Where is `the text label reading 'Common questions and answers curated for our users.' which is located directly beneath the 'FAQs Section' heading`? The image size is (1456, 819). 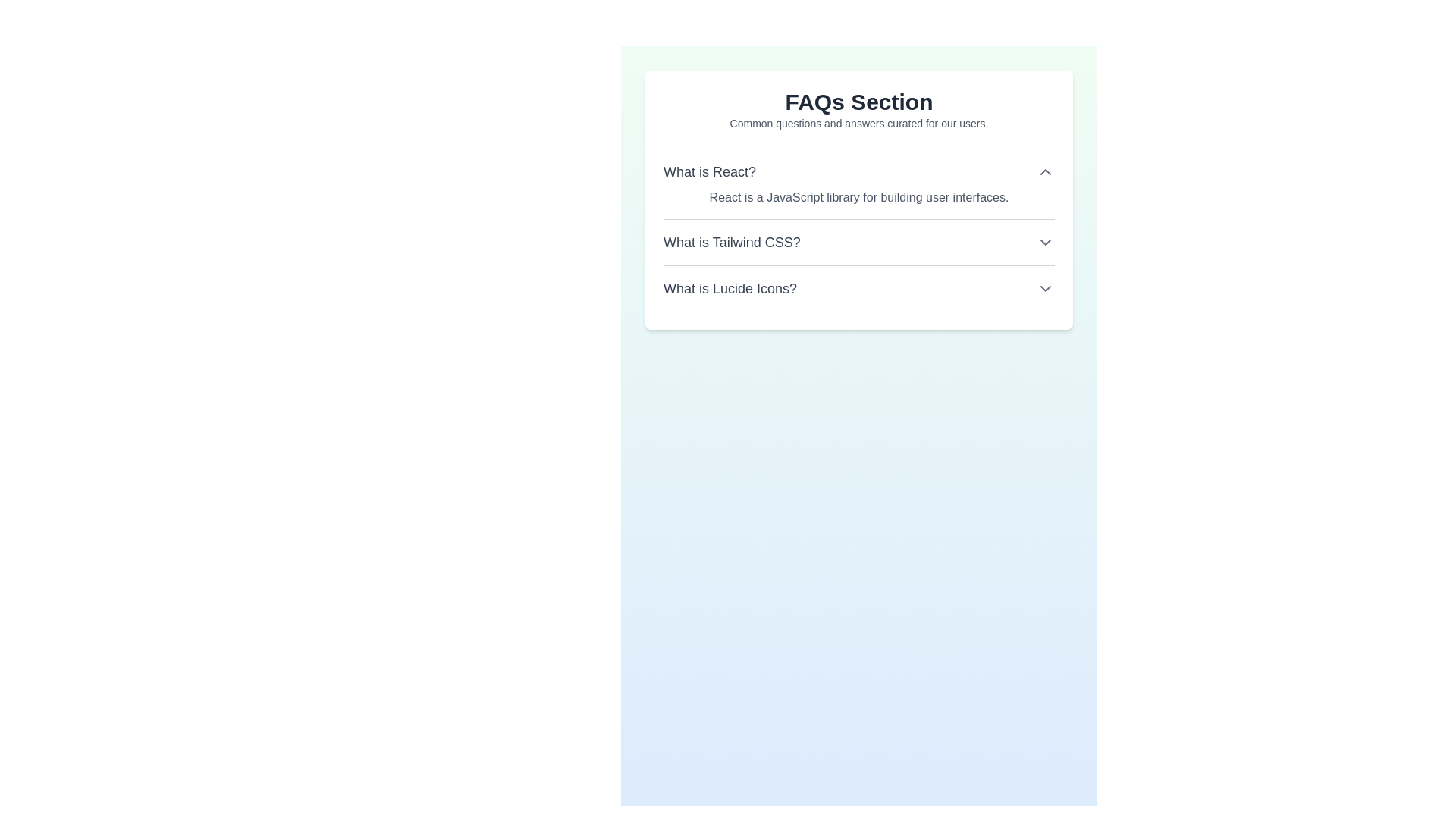 the text label reading 'Common questions and answers curated for our users.' which is located directly beneath the 'FAQs Section' heading is located at coordinates (858, 122).